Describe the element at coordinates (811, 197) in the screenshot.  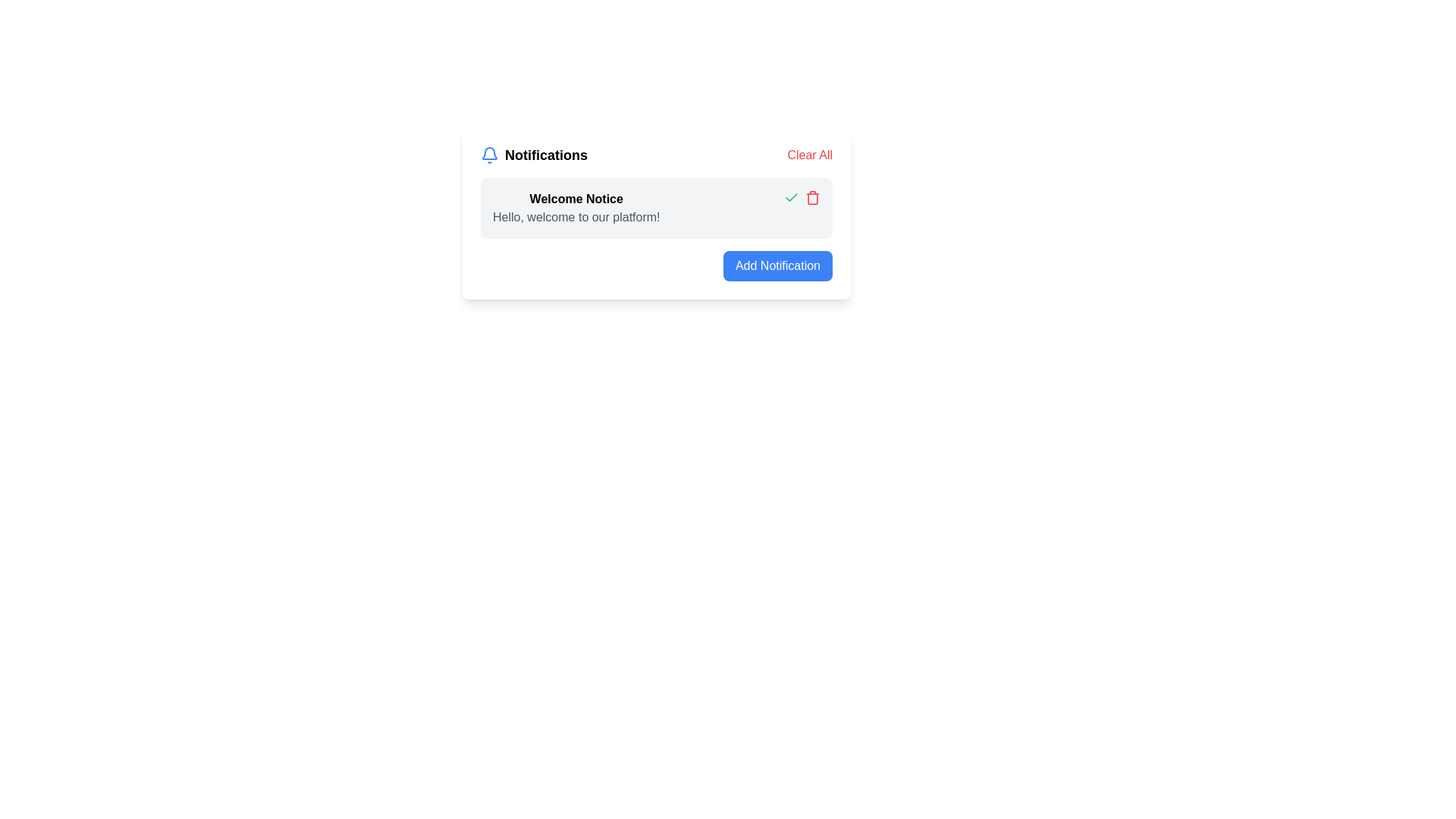
I see `the second icon in the horizontal arrangement of action icons to observe its hover effects, located within the notification card below the 'Notifications' title` at that location.